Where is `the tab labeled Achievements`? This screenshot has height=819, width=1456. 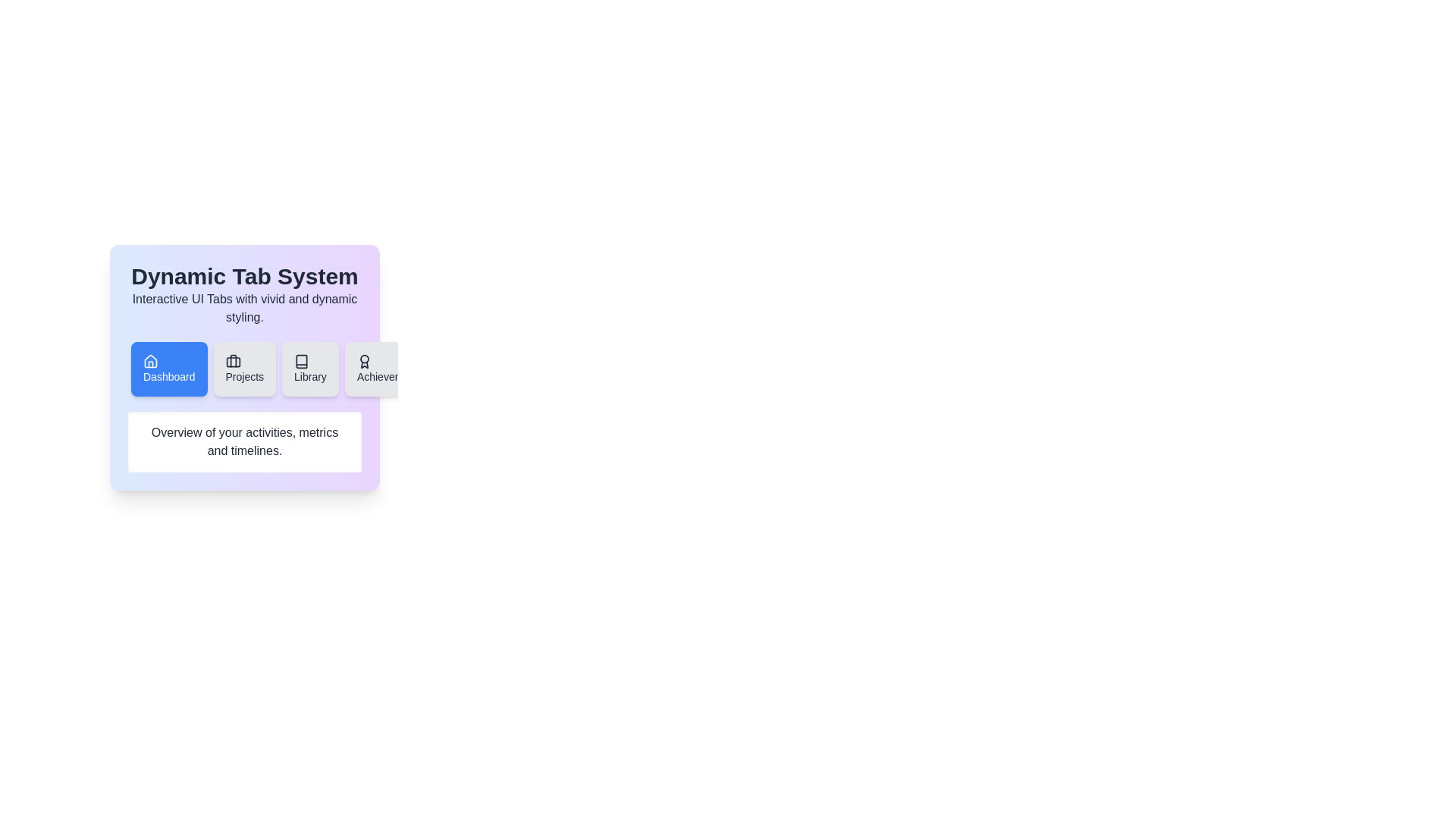
the tab labeled Achievements is located at coordinates (390, 369).